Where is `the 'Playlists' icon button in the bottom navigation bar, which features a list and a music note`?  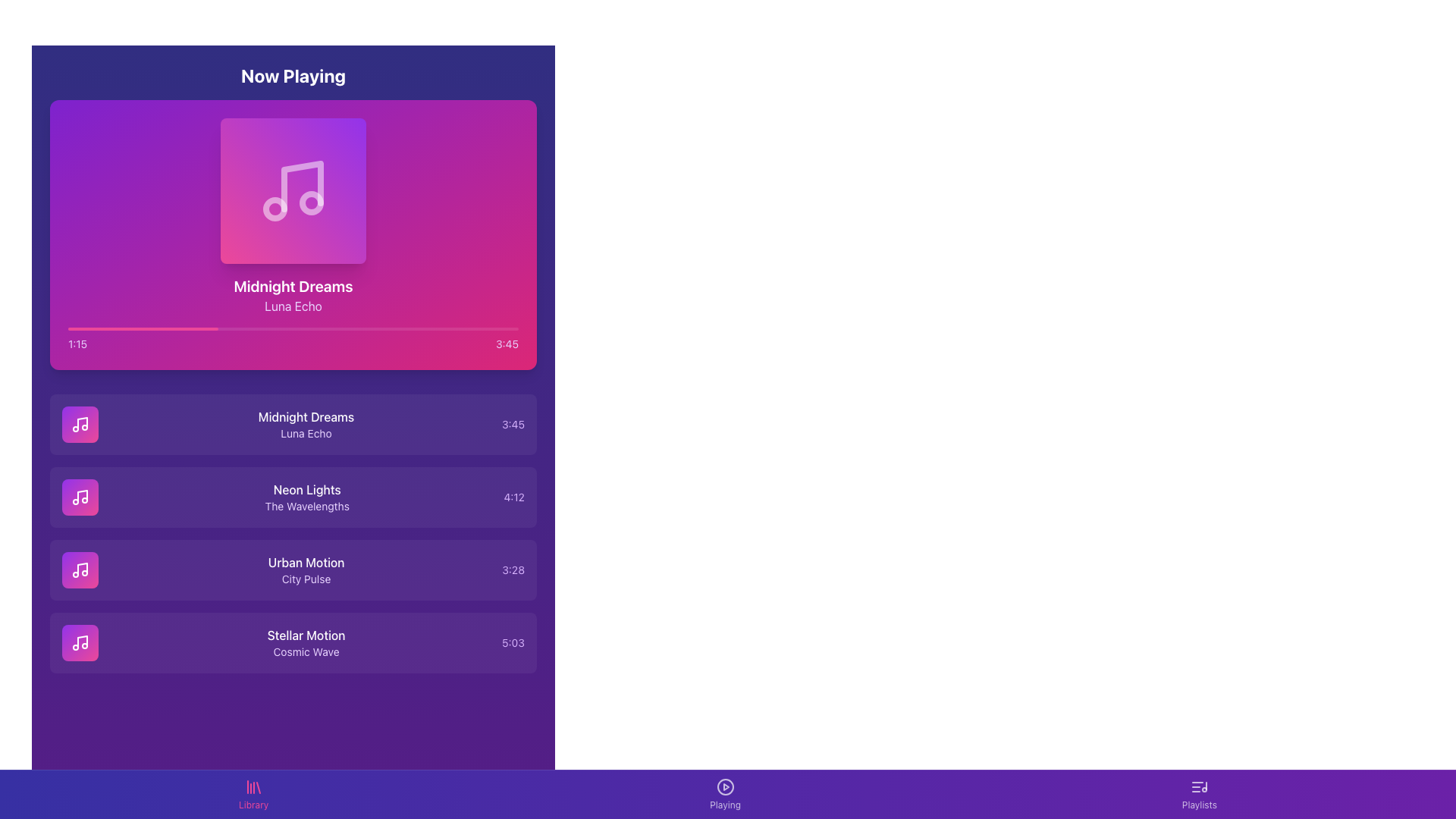
the 'Playlists' icon button in the bottom navigation bar, which features a list and a music note is located at coordinates (1198, 786).